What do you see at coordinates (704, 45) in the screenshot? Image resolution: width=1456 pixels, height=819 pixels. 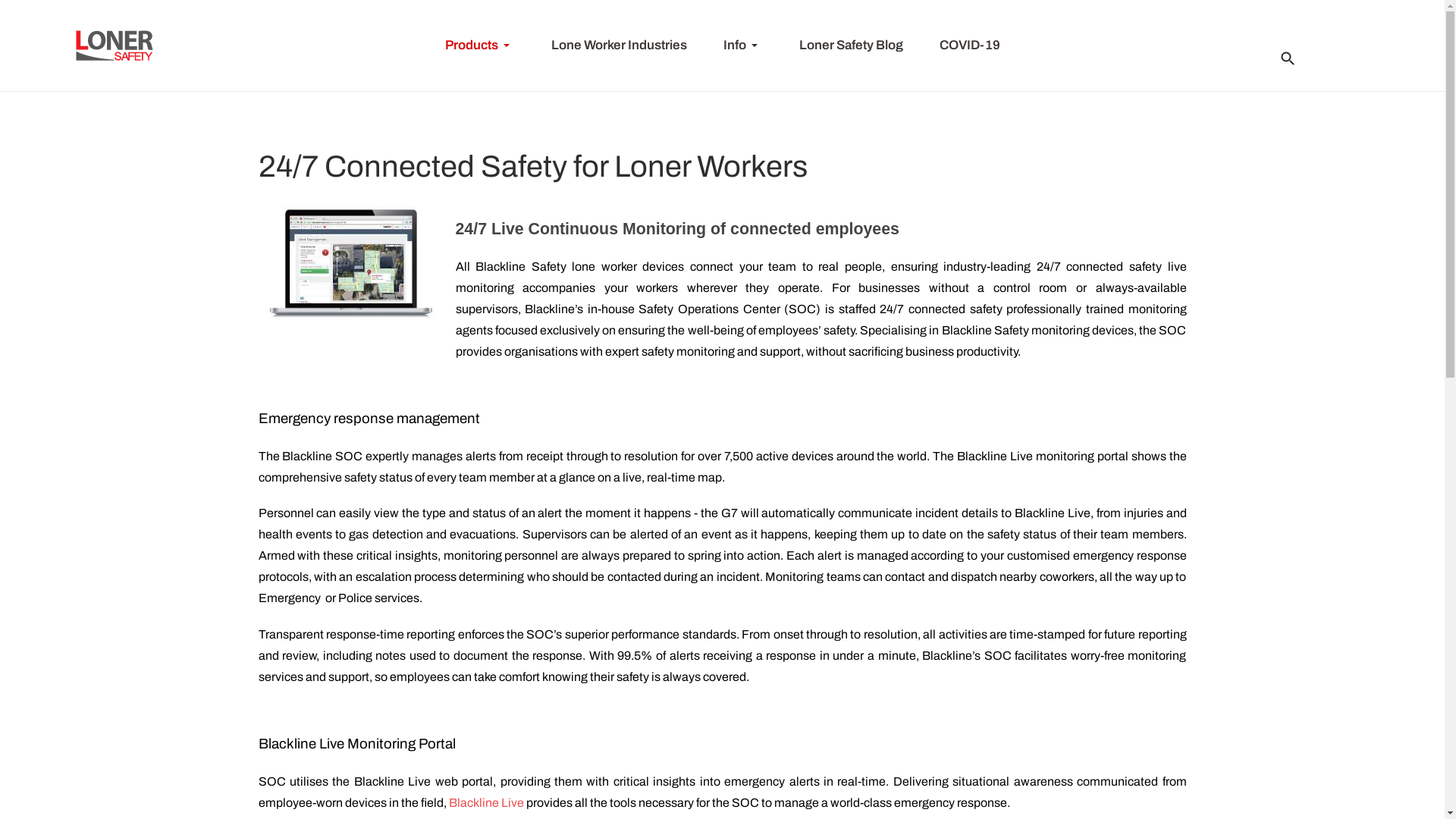 I see `'Info'` at bounding box center [704, 45].